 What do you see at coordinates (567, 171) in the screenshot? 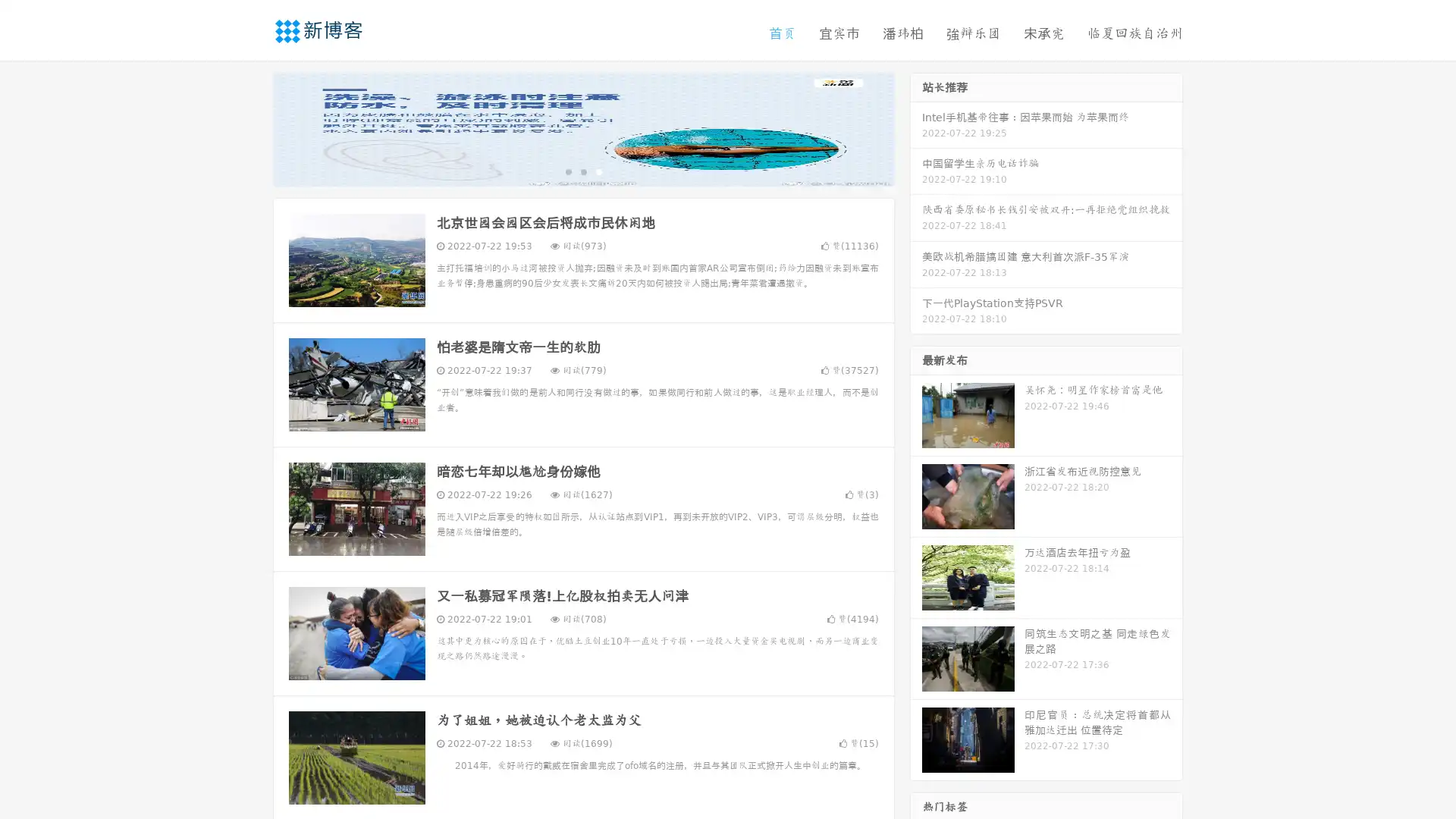
I see `Go to slide 1` at bounding box center [567, 171].